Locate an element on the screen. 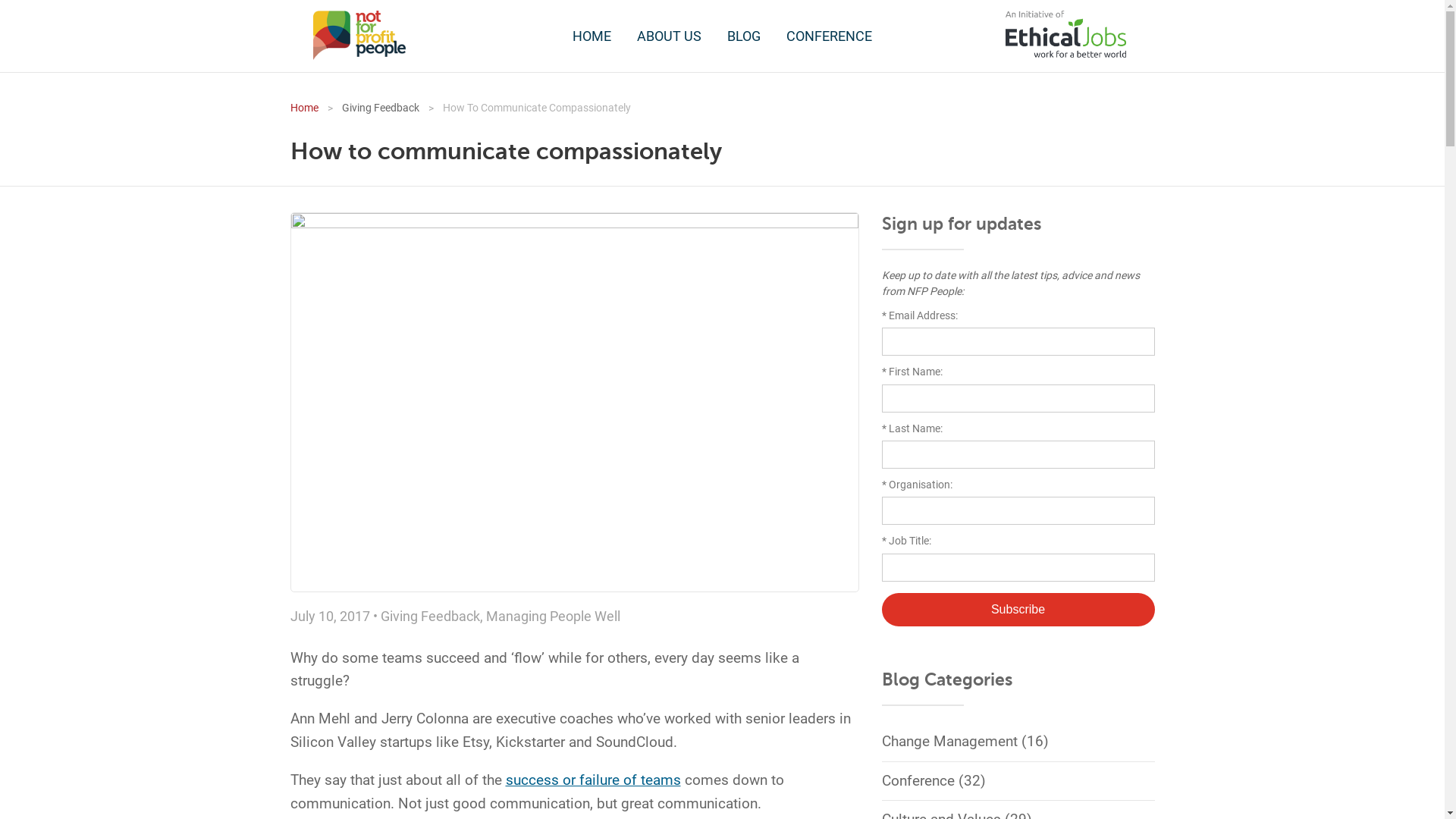  'Subscribe' is located at coordinates (1018, 608).